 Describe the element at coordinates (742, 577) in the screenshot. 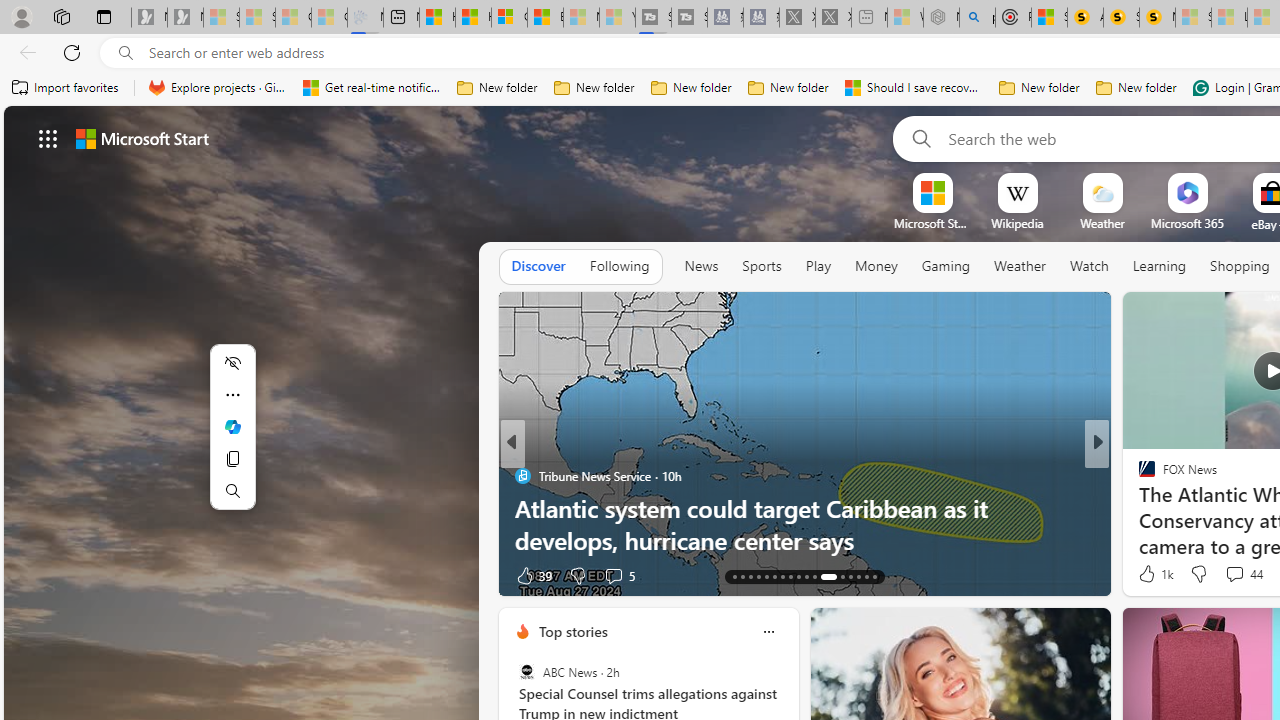

I see `'AutomationID: tab-14'` at that location.